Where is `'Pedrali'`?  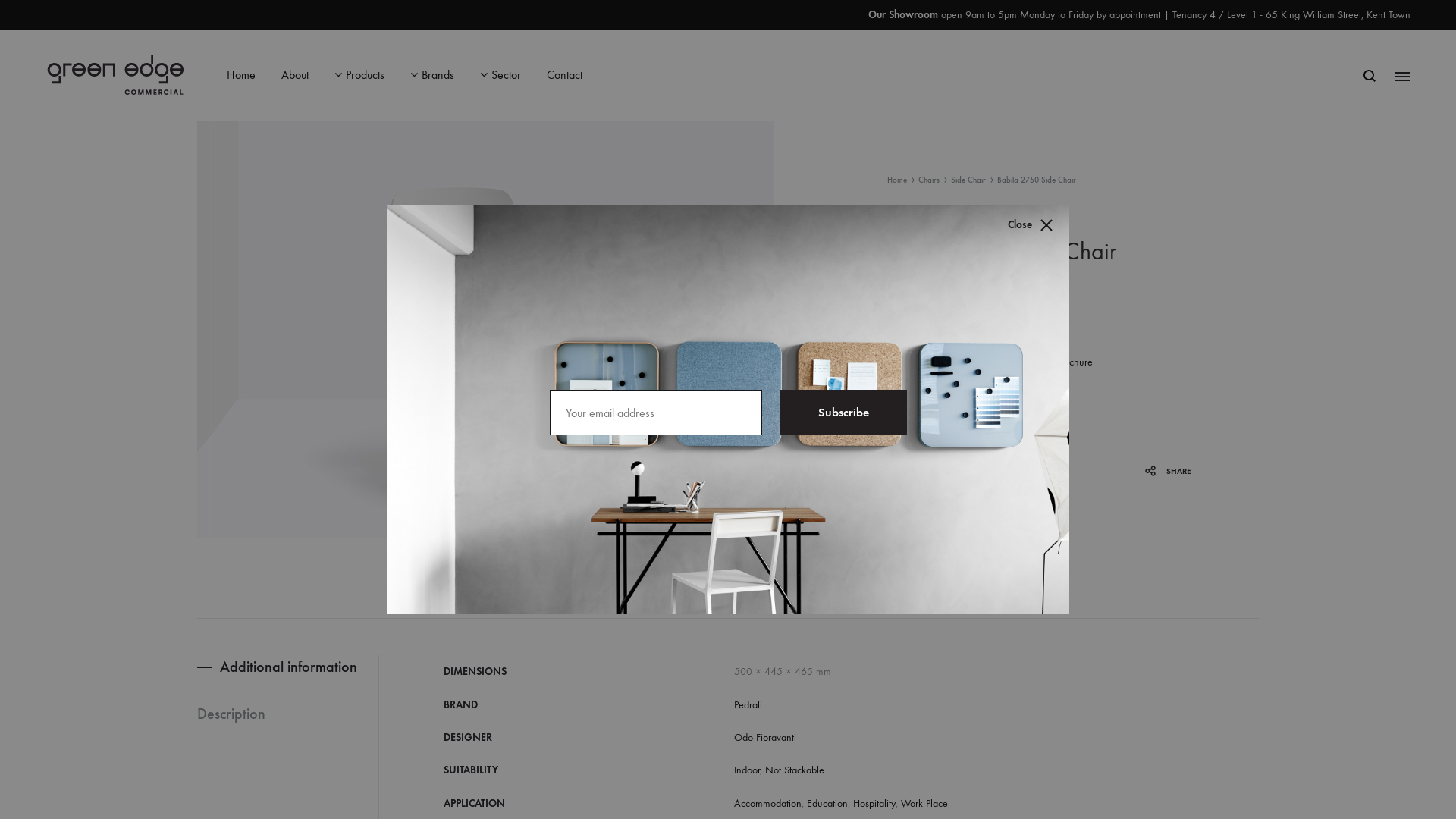 'Pedrali' is located at coordinates (734, 704).